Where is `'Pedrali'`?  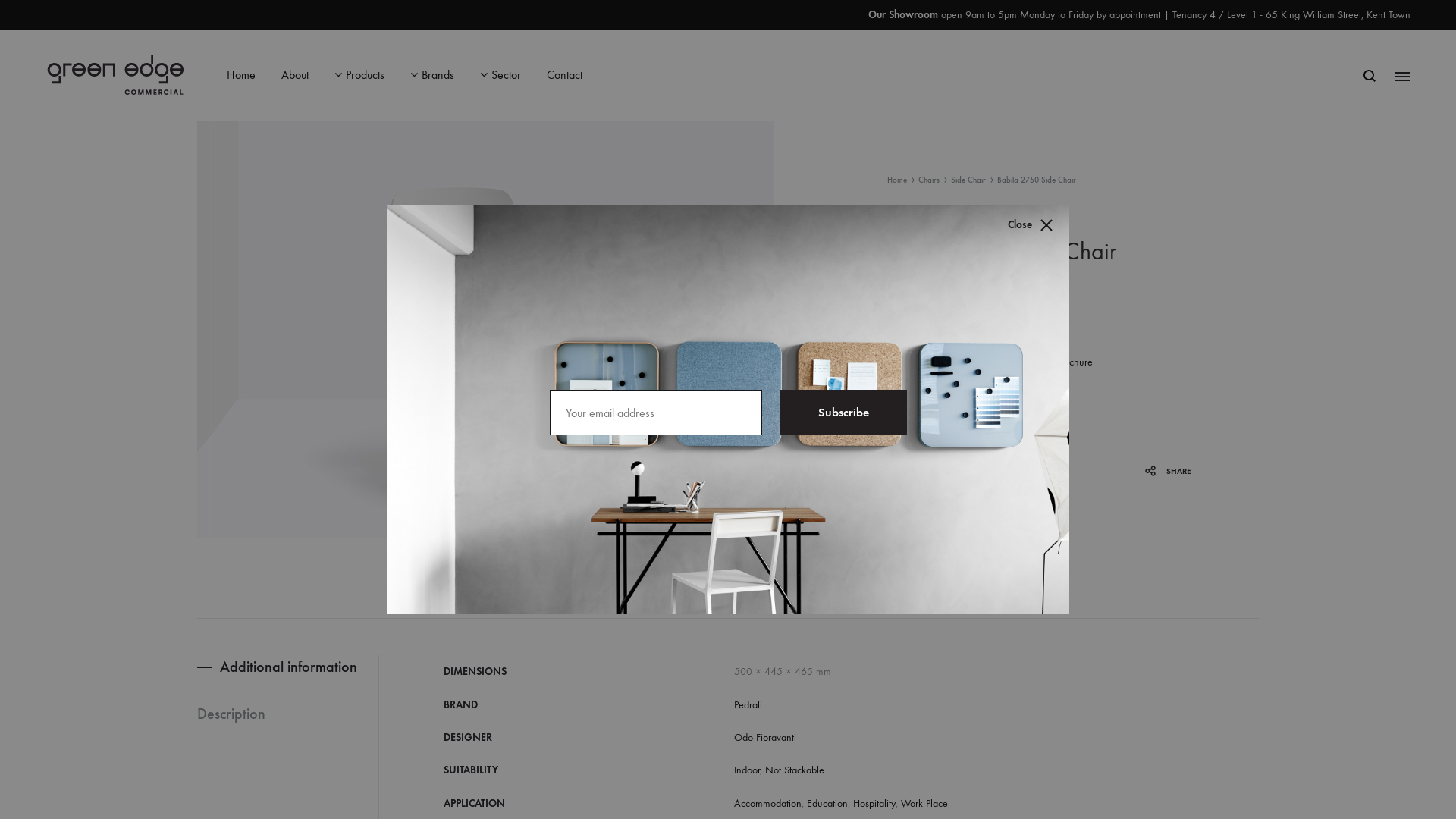 'Pedrali' is located at coordinates (734, 704).